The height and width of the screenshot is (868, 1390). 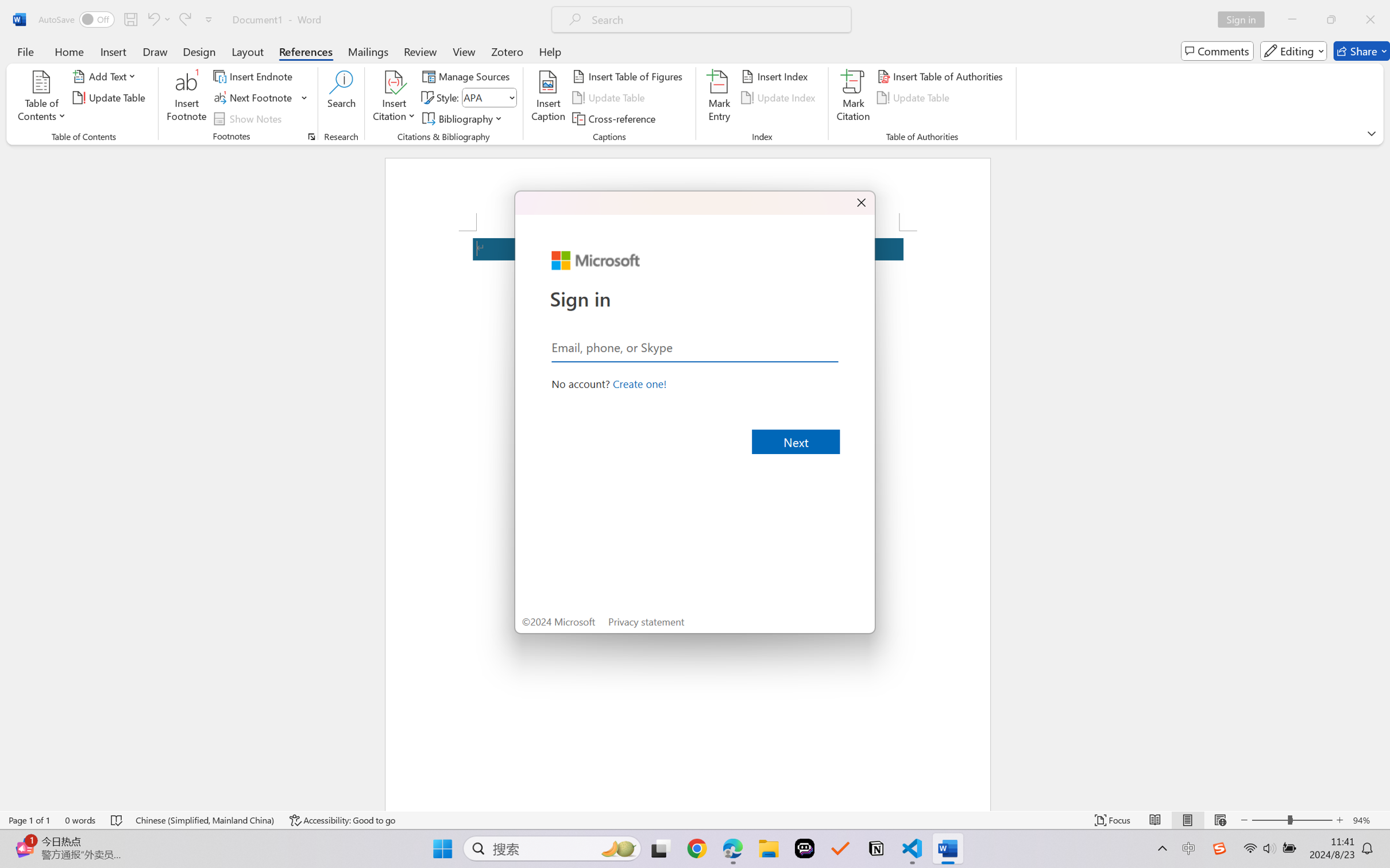 What do you see at coordinates (393, 98) in the screenshot?
I see `'Insert Citation'` at bounding box center [393, 98].